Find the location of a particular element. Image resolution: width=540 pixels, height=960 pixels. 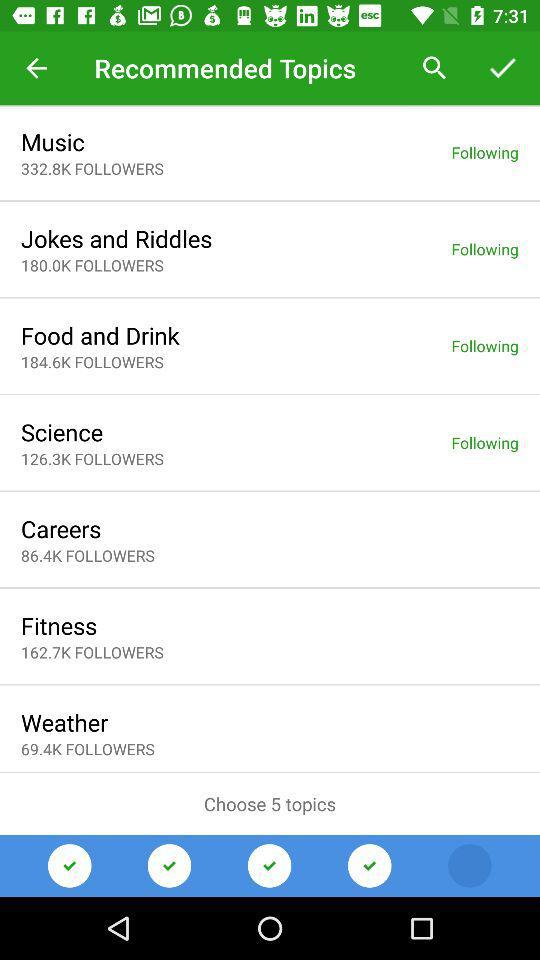

the icon to the left of recommended topics app is located at coordinates (36, 68).